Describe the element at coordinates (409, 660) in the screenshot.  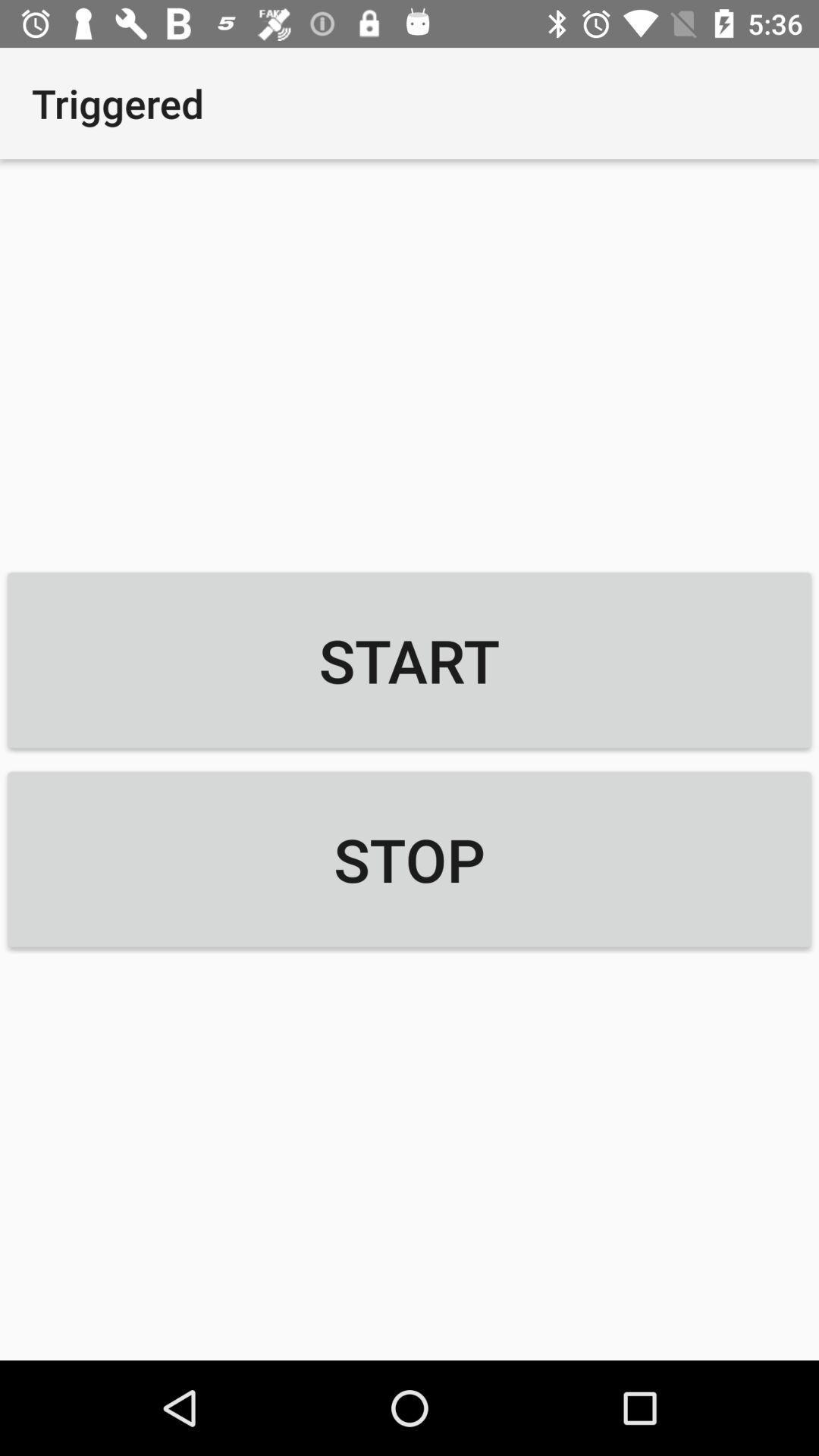
I see `the icon below triggered` at that location.